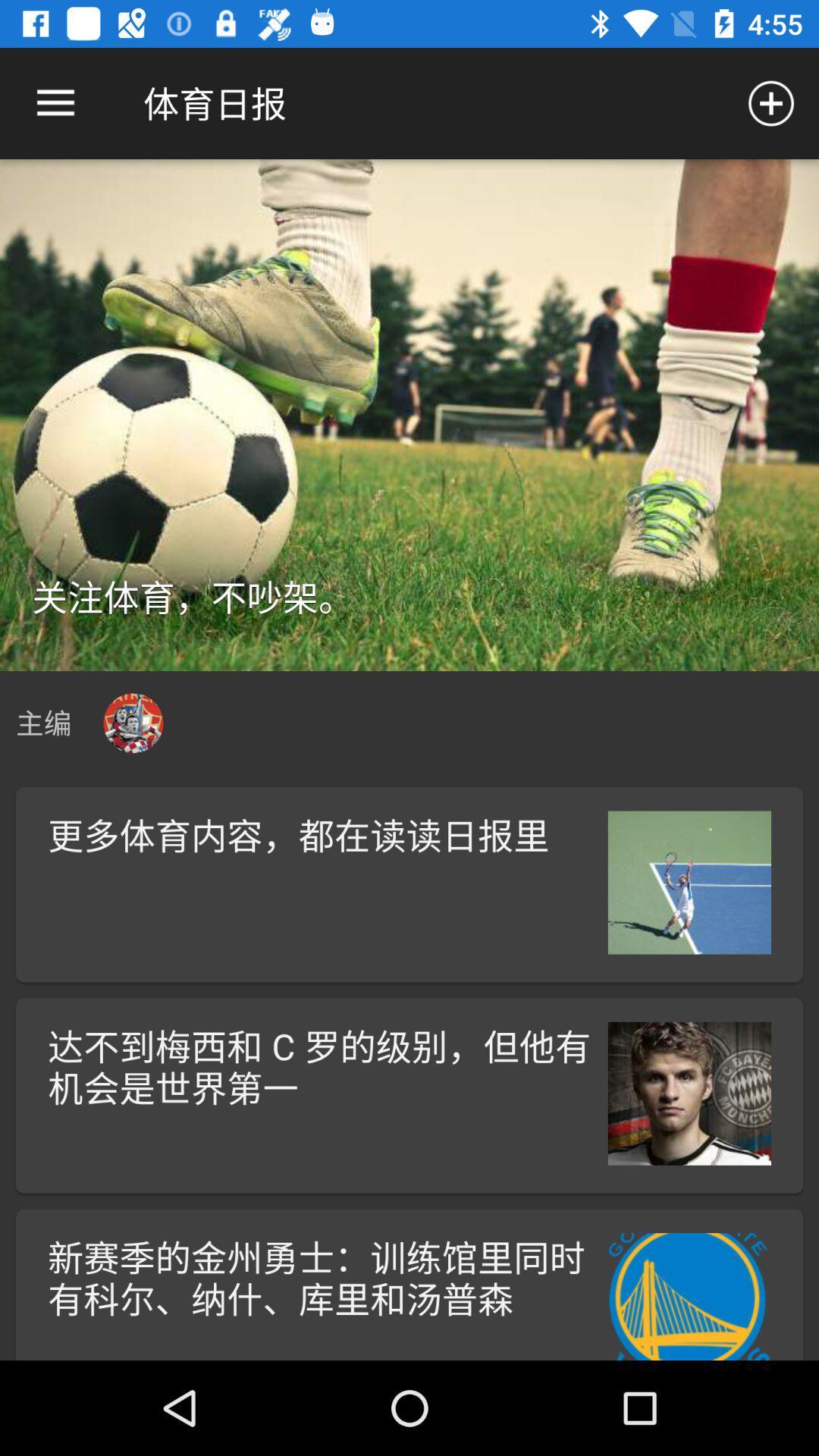 The width and height of the screenshot is (819, 1456). Describe the element at coordinates (771, 102) in the screenshot. I see `the item at the top right corner` at that location.